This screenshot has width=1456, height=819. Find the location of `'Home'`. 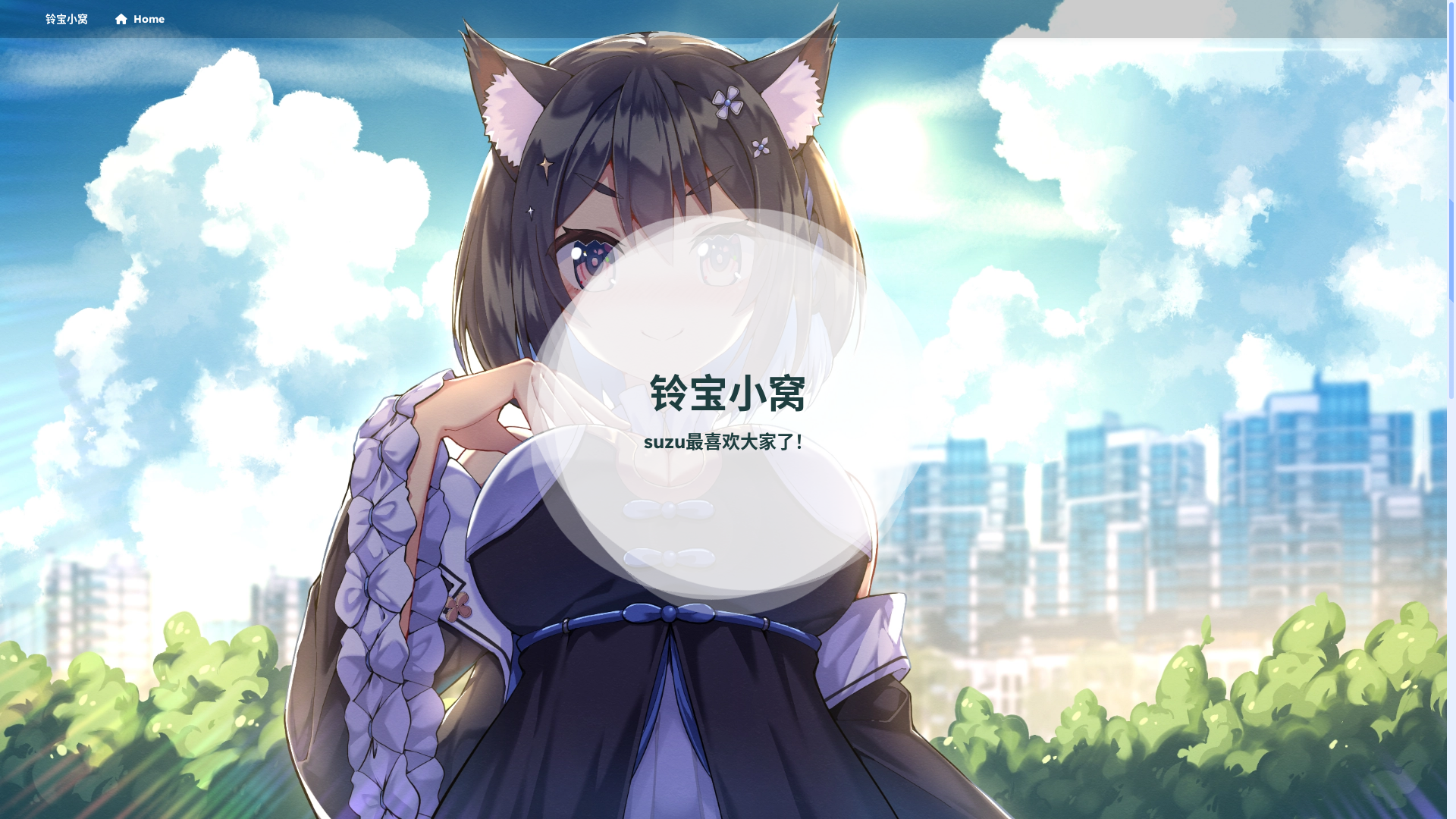

'Home' is located at coordinates (139, 18).